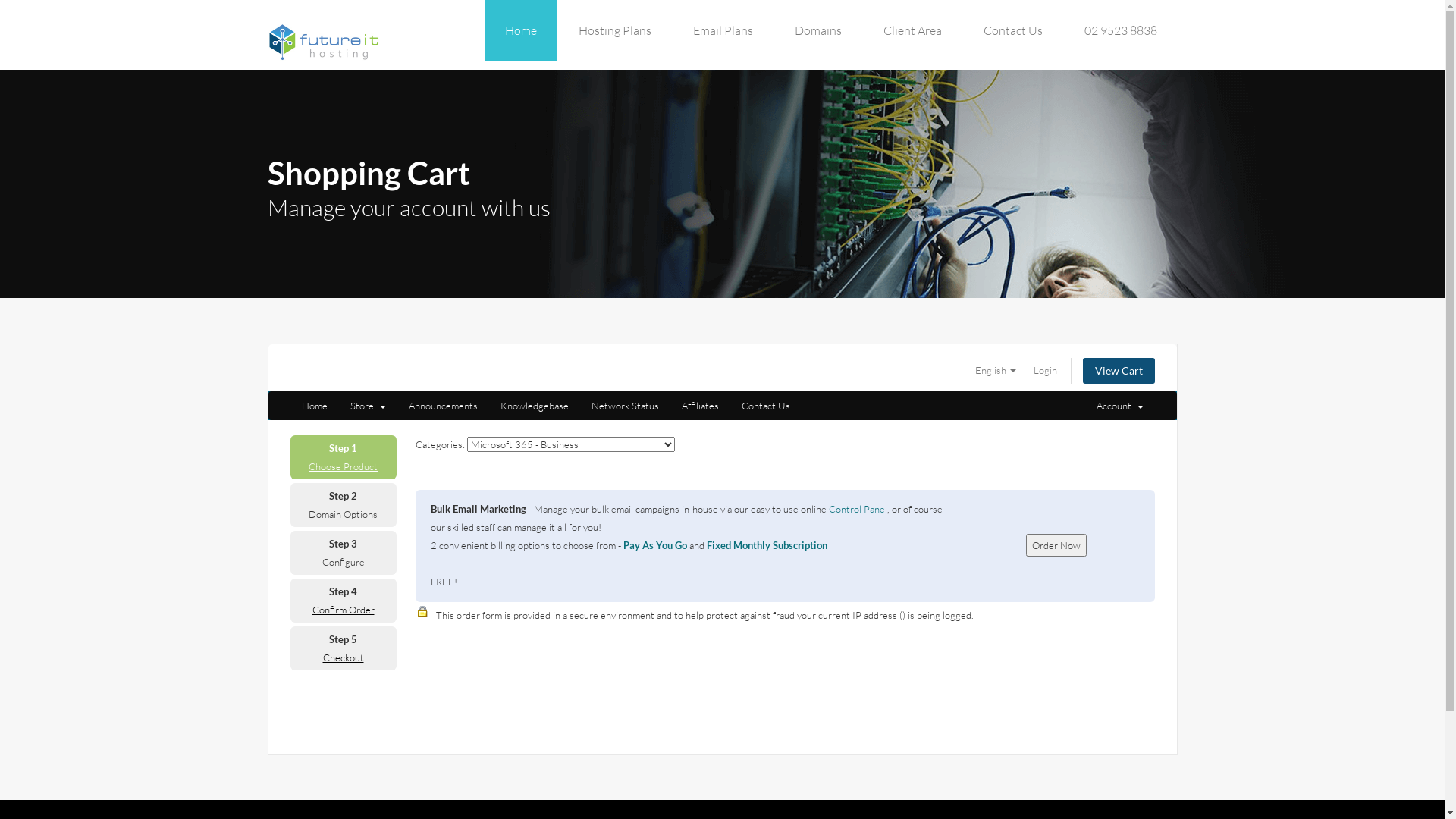 Image resolution: width=1456 pixels, height=819 pixels. I want to click on 'Domains', so click(817, 30).